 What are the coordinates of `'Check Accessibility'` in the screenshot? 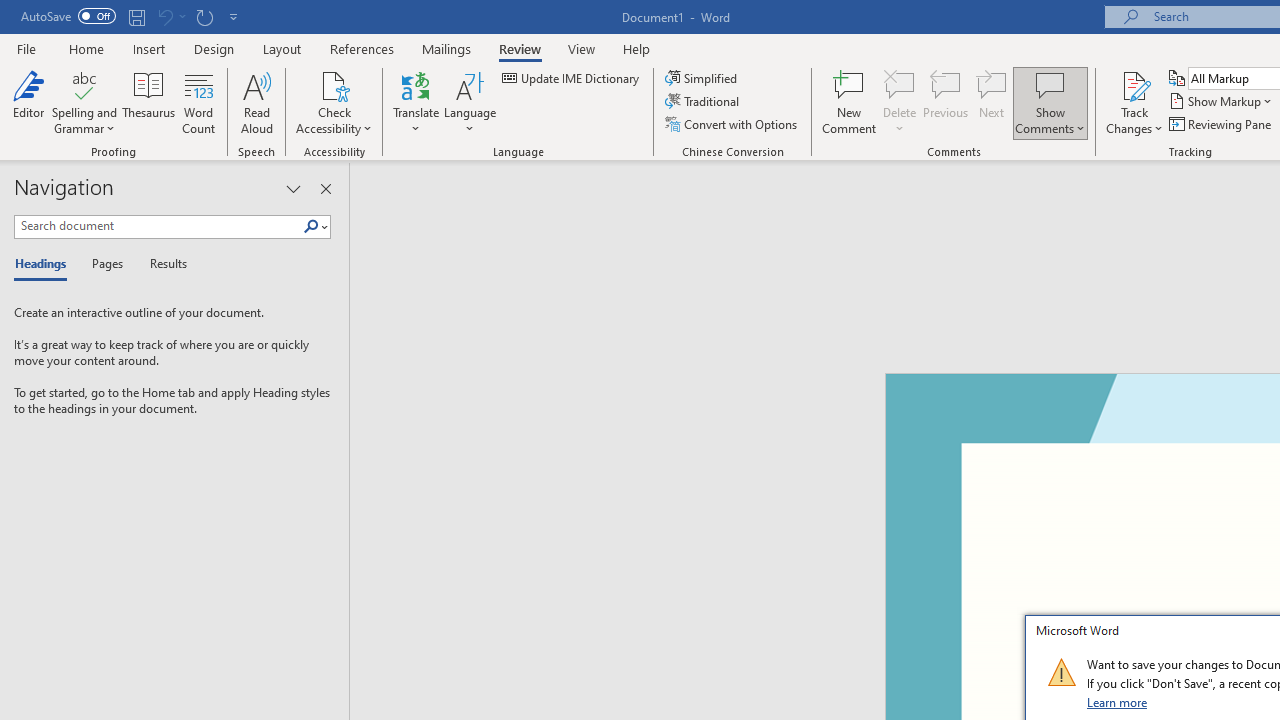 It's located at (334, 84).